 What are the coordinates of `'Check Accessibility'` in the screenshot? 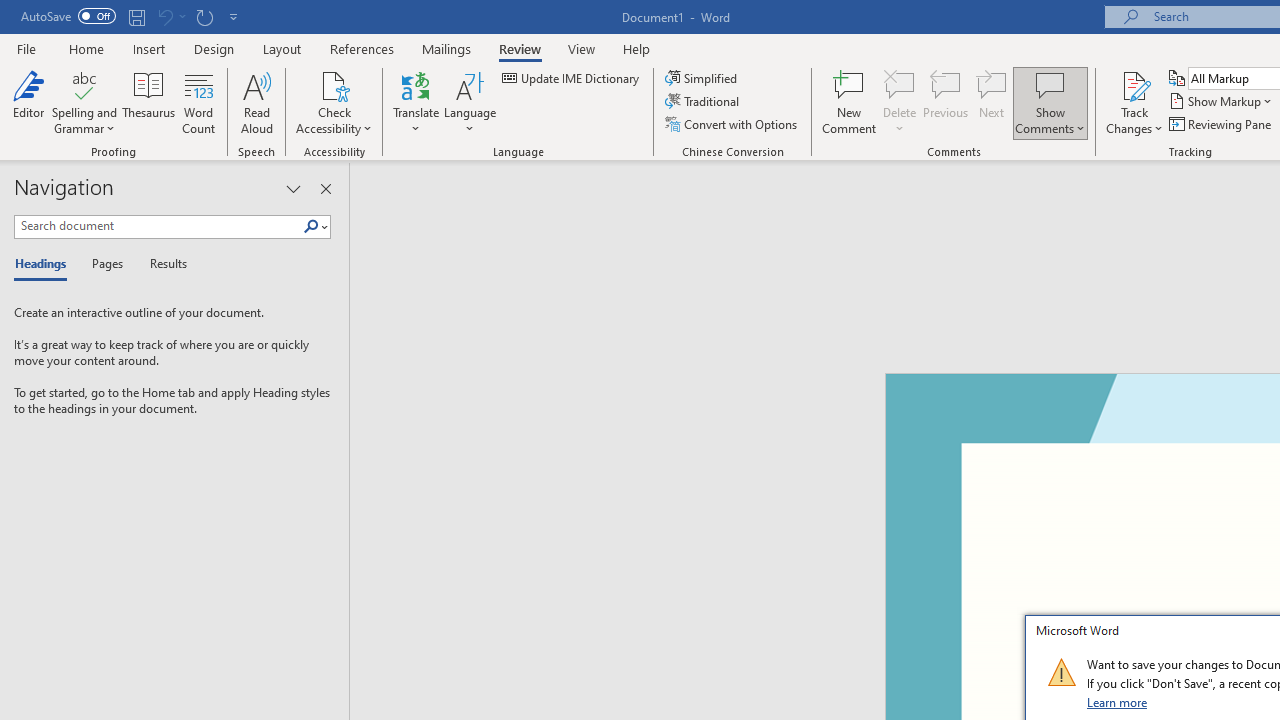 It's located at (334, 84).